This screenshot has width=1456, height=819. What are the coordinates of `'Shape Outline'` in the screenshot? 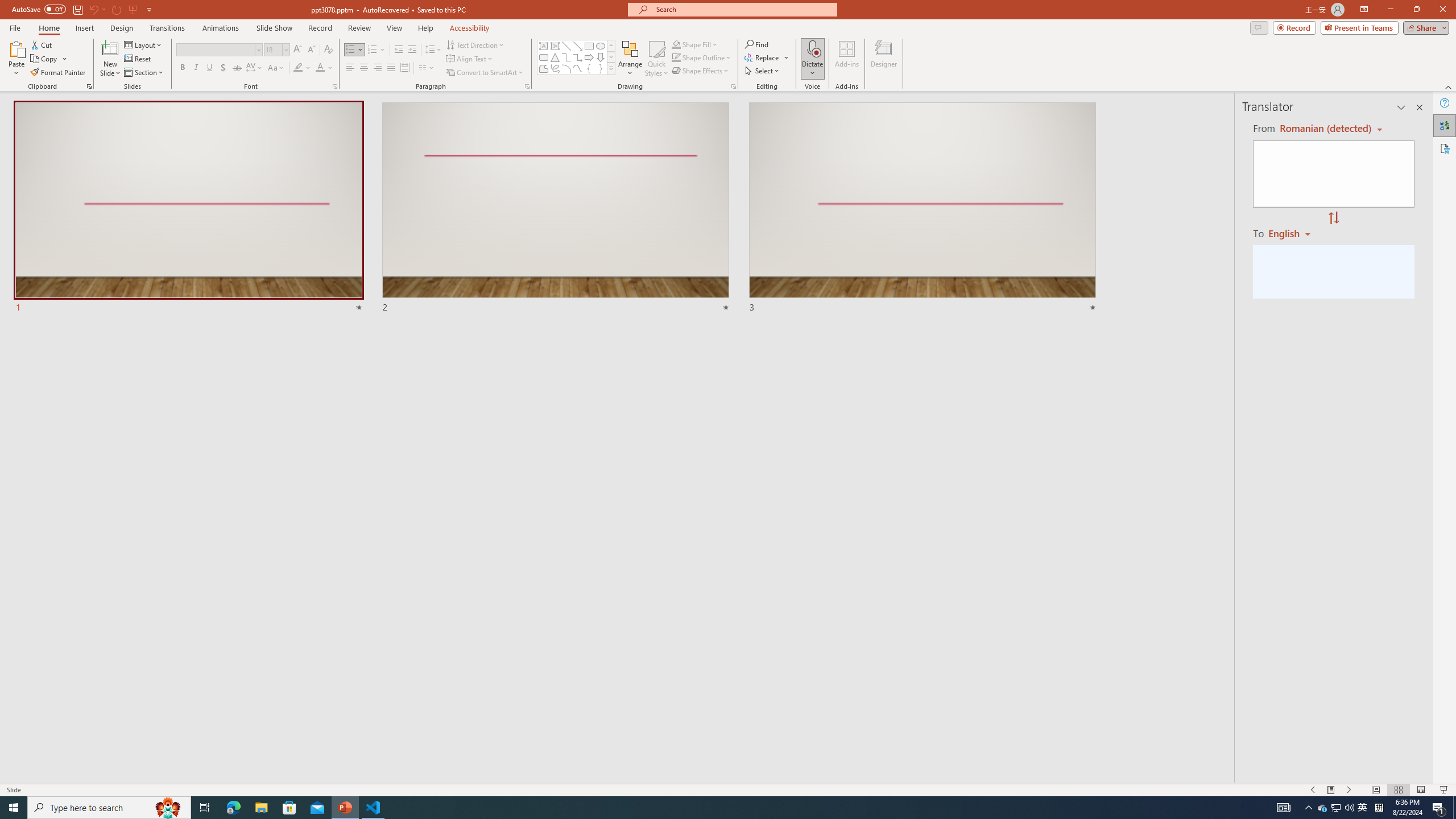 It's located at (701, 56).